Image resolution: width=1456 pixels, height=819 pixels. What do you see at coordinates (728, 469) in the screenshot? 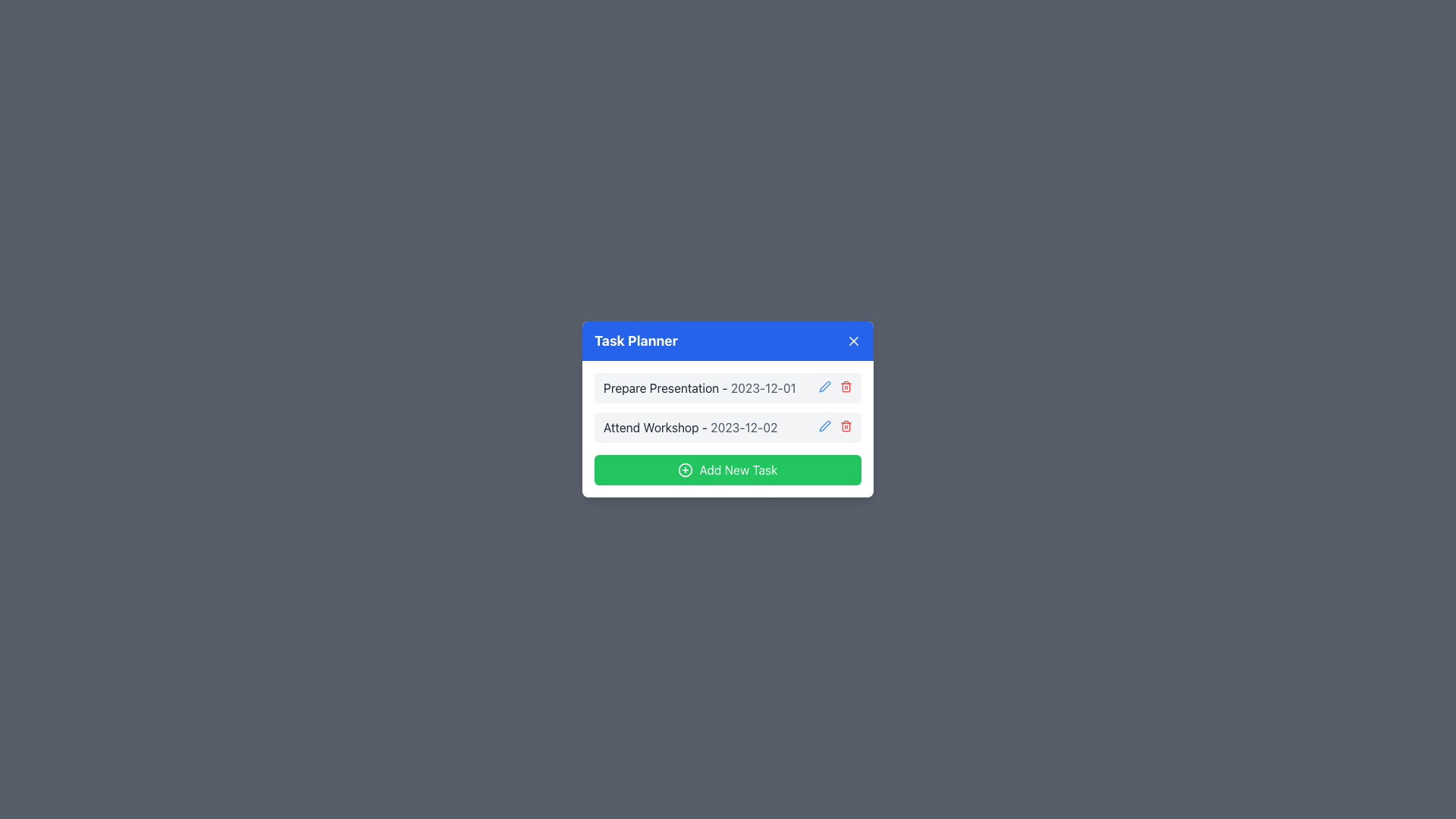
I see `the 'Add New Task' button, which is a rectangular button with rounded corners and a green background, located at the bottom of the task management panel` at bounding box center [728, 469].